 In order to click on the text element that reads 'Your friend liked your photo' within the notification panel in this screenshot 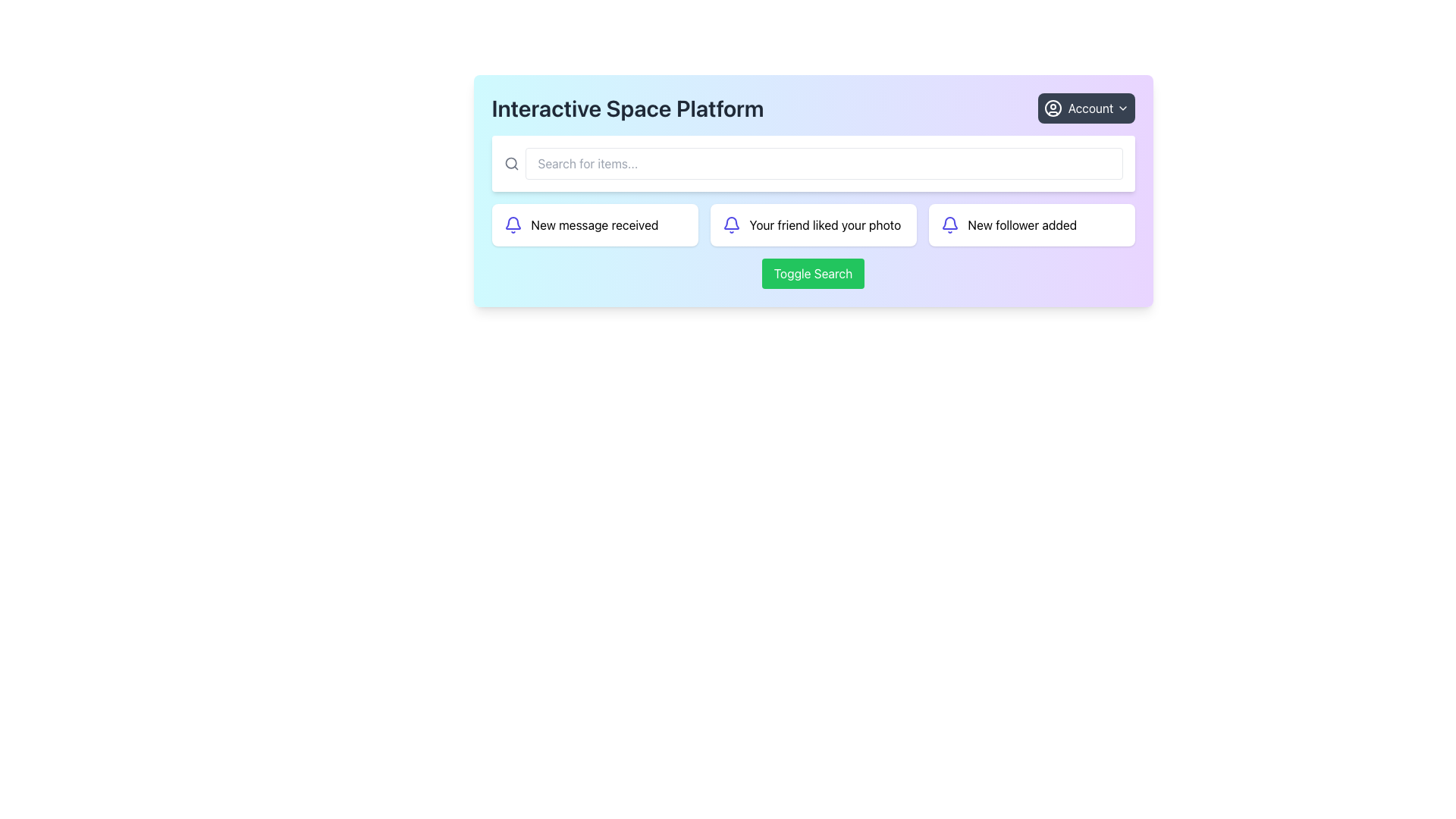, I will do `click(824, 225)`.